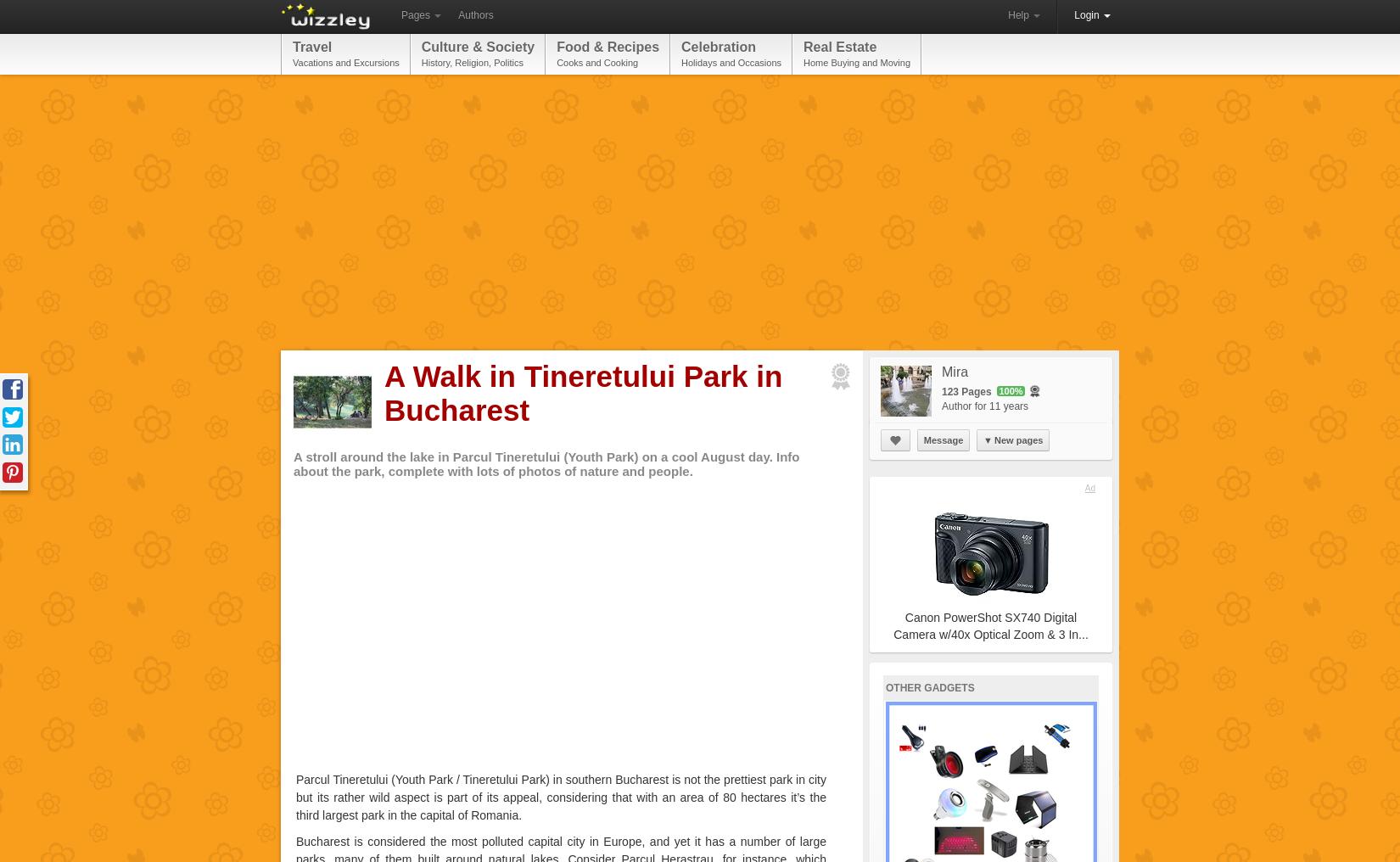  I want to click on '20', so click(970, 717).